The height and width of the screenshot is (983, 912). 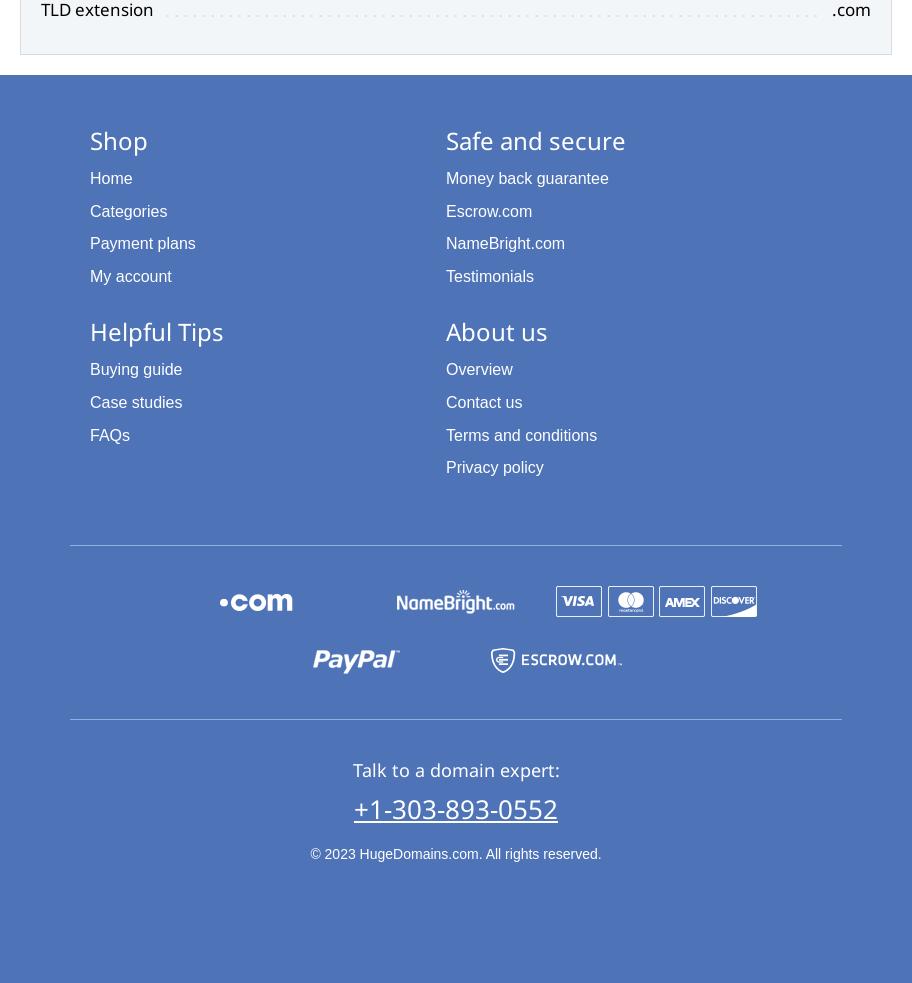 What do you see at coordinates (353, 807) in the screenshot?
I see `'+1-303-893-0552'` at bounding box center [353, 807].